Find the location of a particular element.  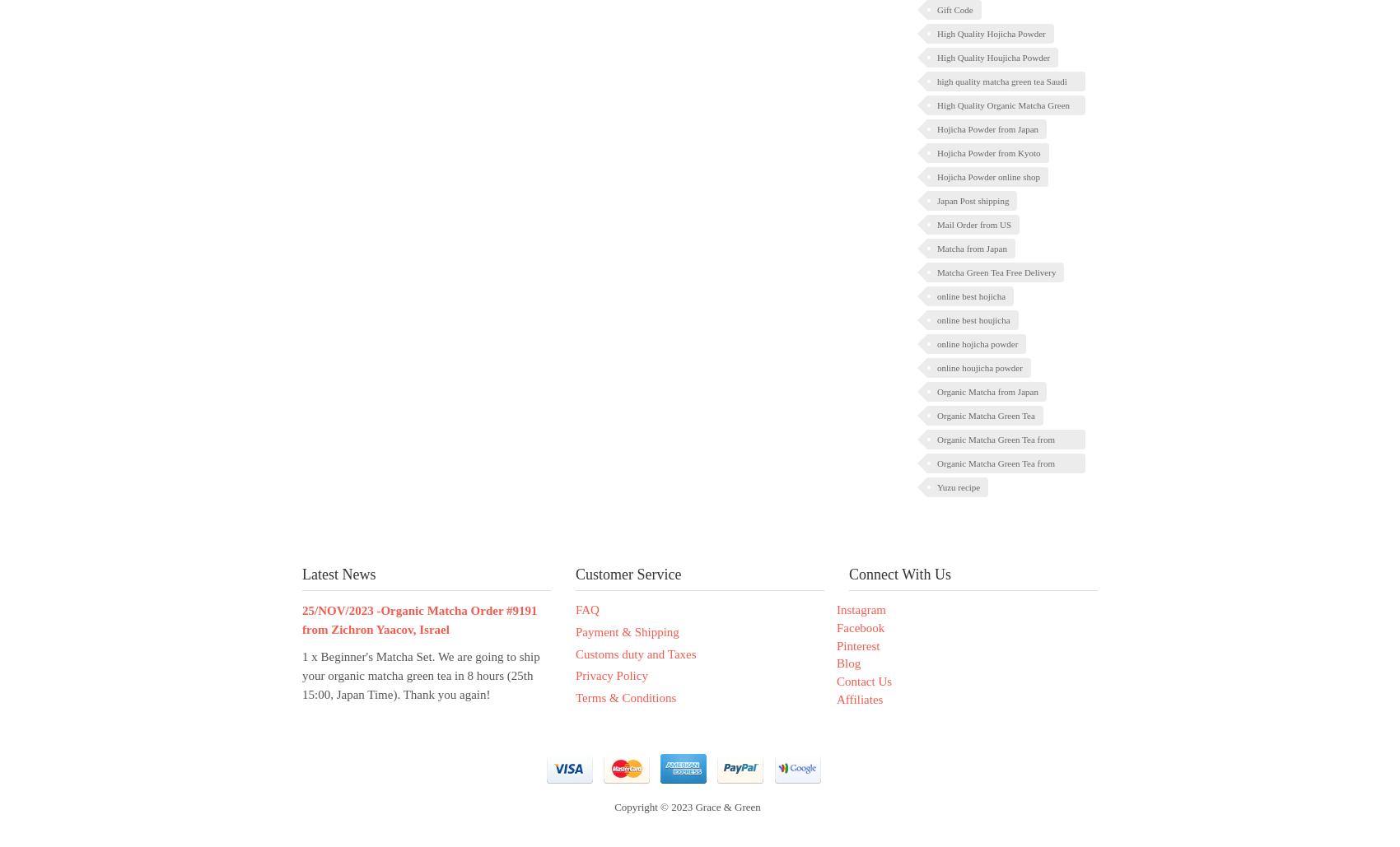

'1 x Beginner's Matcha Set. We are going to ship your organic matcha green tea in 8 hours (25th 15:00, Japan Time). Thank you again!' is located at coordinates (301, 675).